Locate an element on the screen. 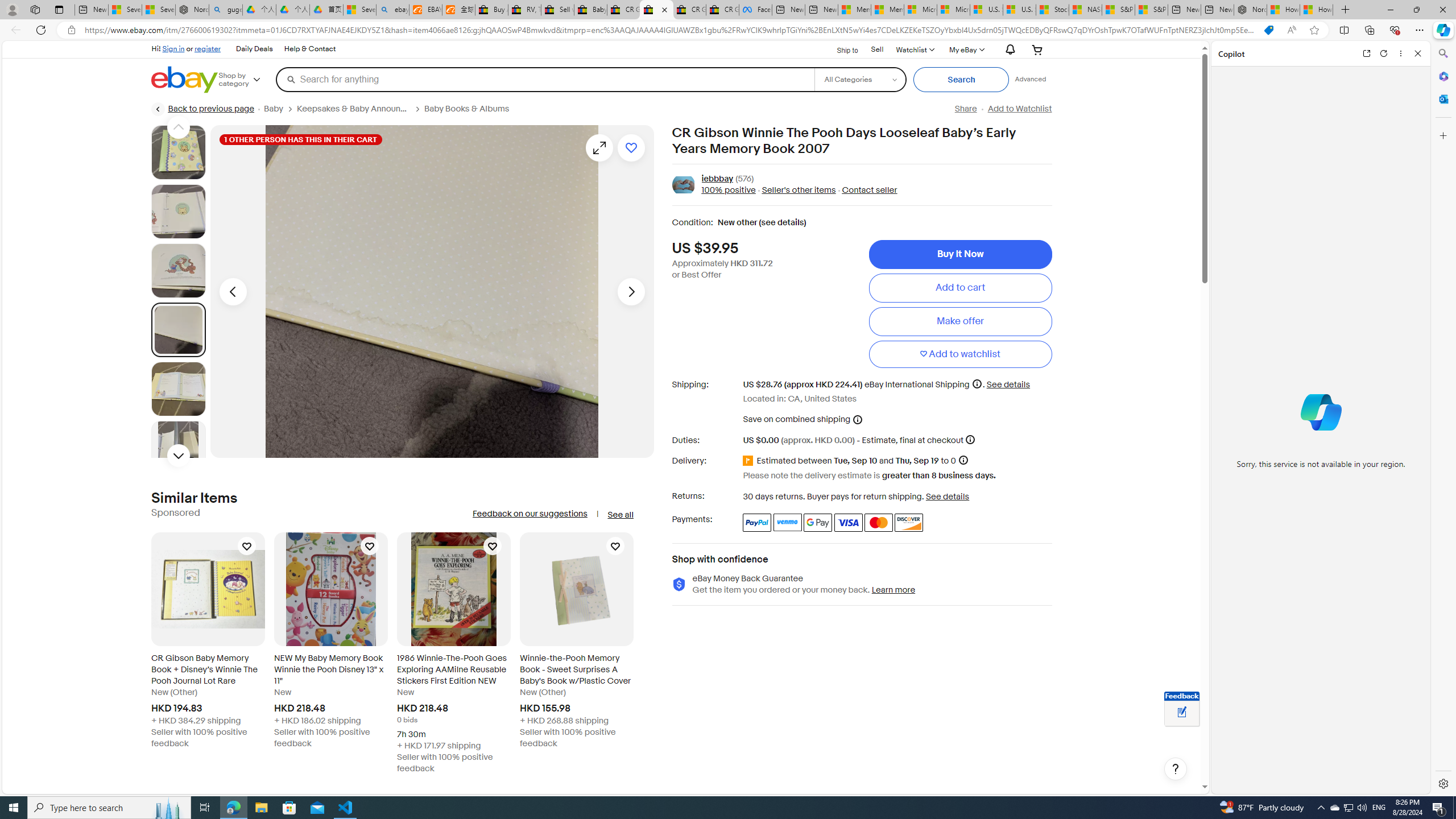  'Add to cart' is located at coordinates (959, 287).